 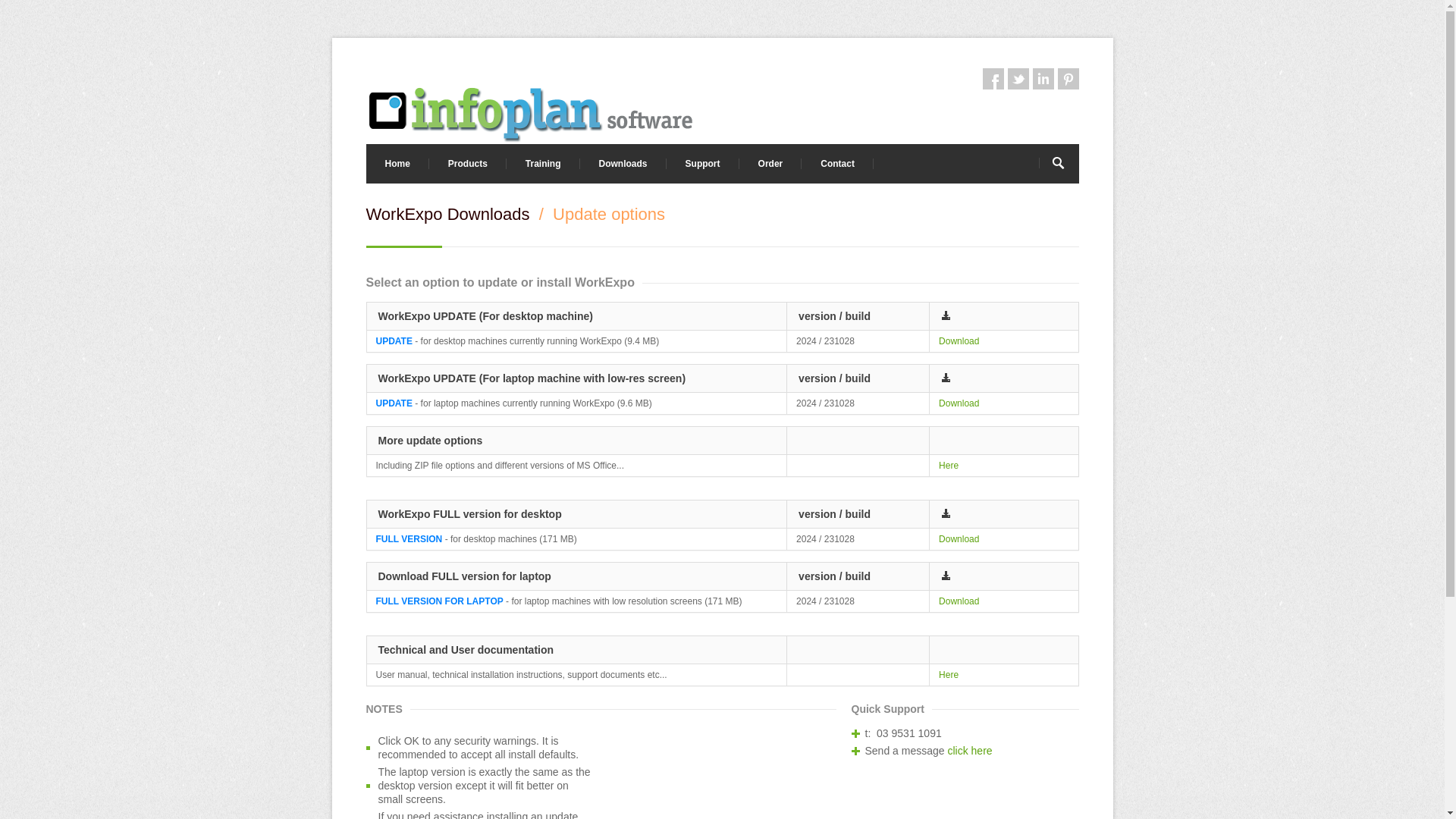 What do you see at coordinates (993, 79) in the screenshot?
I see `'Facebook'` at bounding box center [993, 79].